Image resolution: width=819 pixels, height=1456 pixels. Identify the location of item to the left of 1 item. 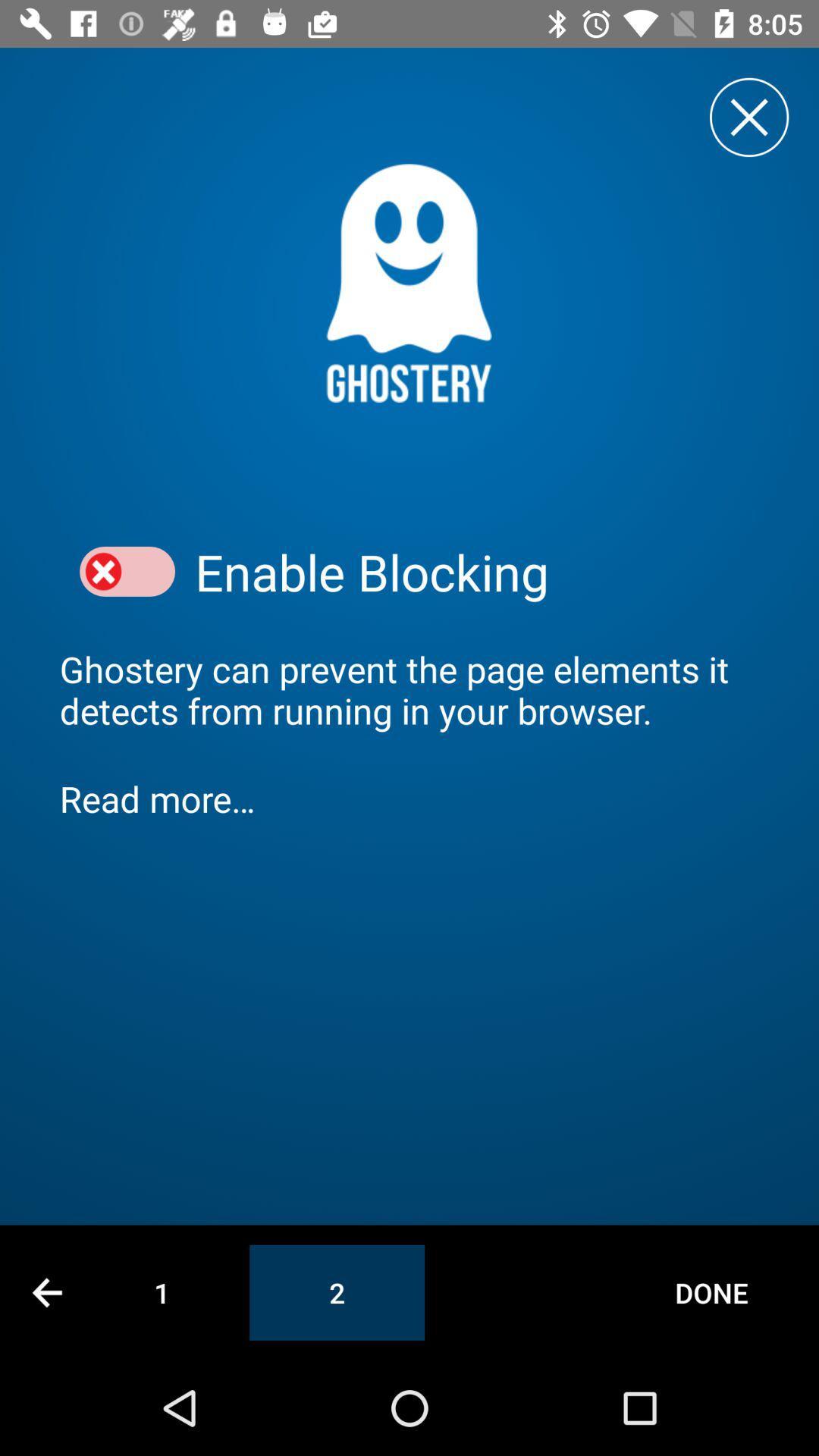
(46, 1291).